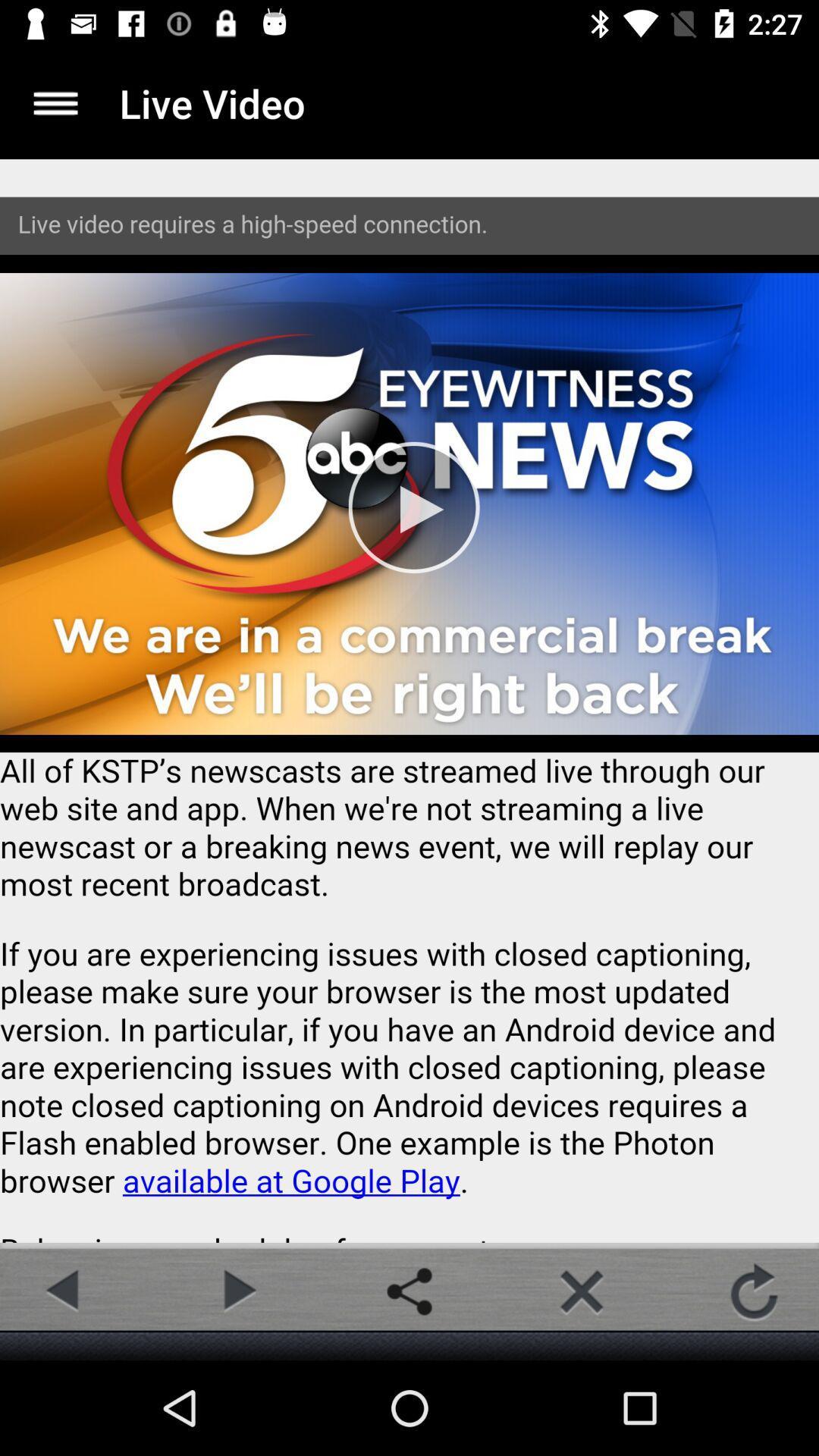  What do you see at coordinates (64, 1291) in the screenshot?
I see `go previous` at bounding box center [64, 1291].